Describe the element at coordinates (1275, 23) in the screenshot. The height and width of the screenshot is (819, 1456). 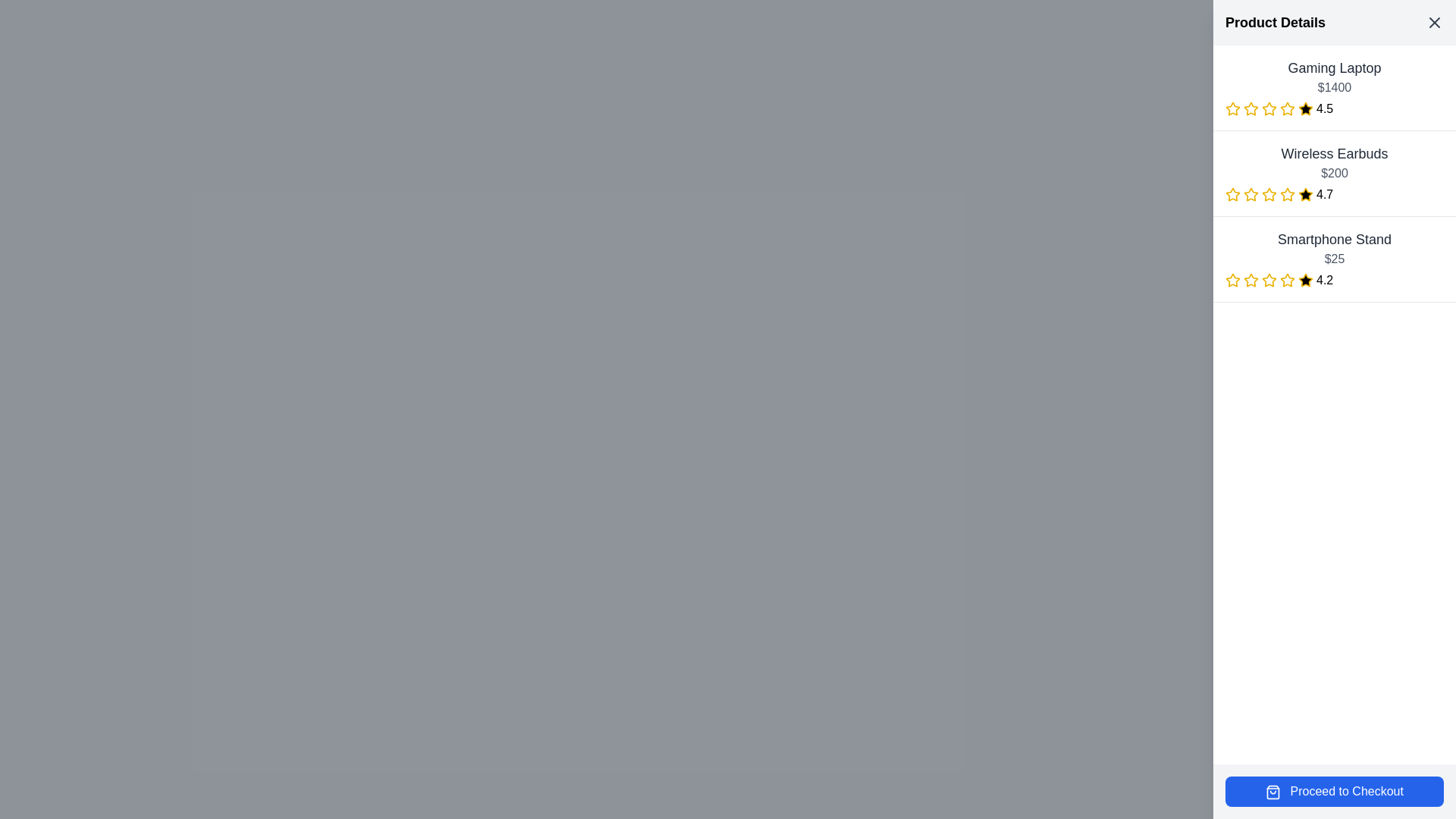
I see `the static text label that serves as a title or heading for product information, located in the upper right sidebar header bar` at that location.